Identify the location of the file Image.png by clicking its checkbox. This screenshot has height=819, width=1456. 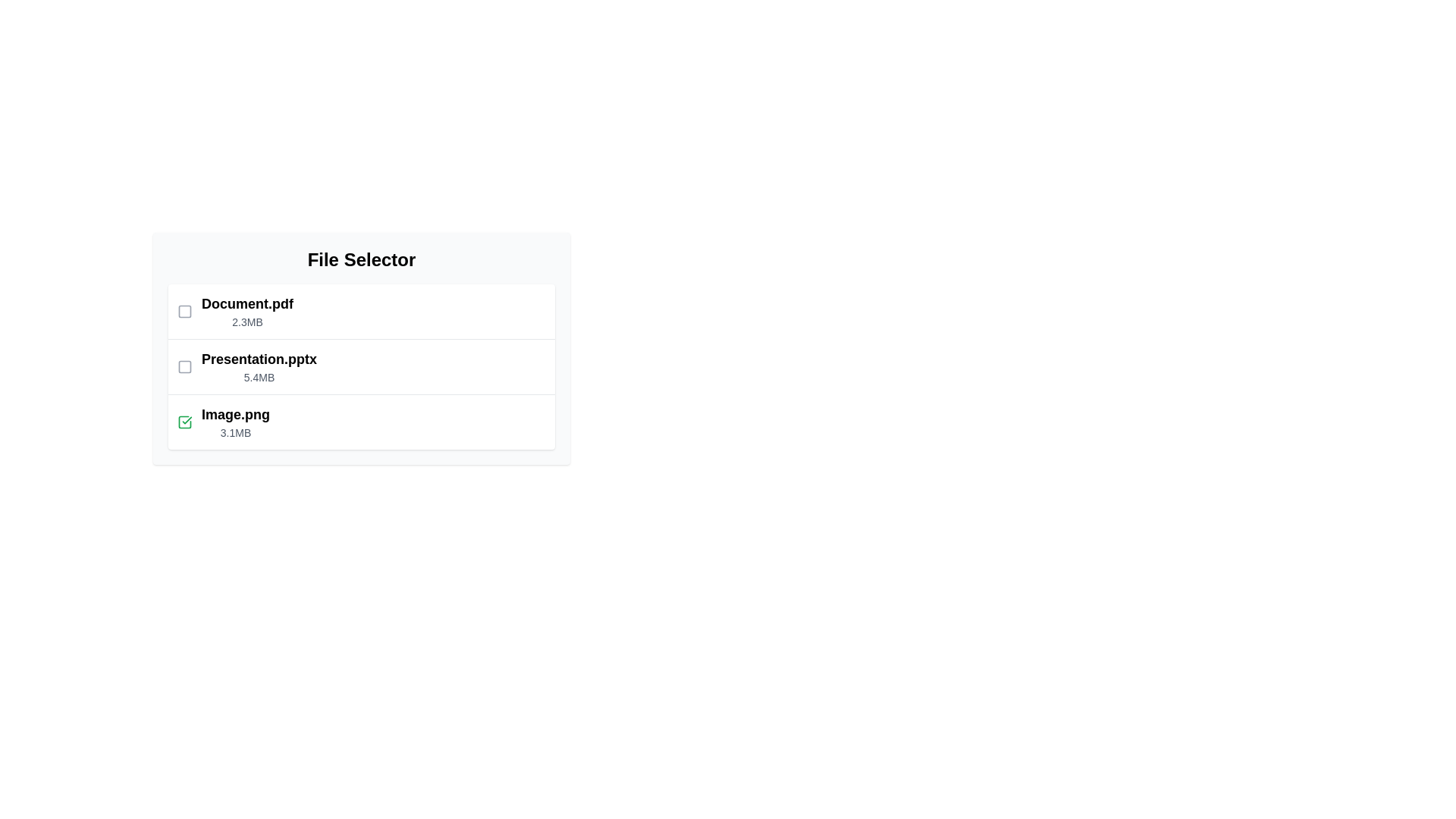
(184, 422).